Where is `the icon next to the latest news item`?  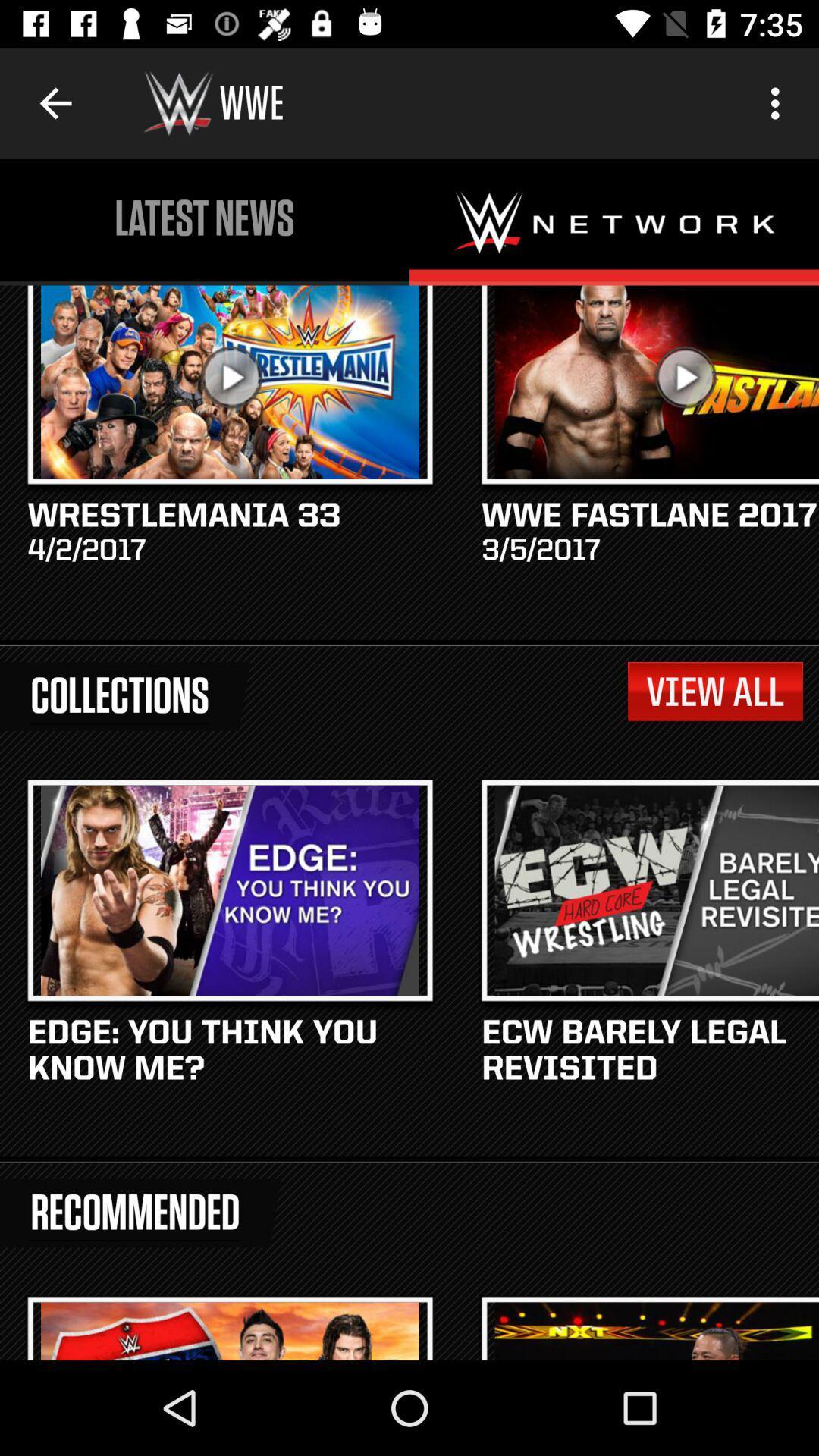 the icon next to the latest news item is located at coordinates (779, 102).